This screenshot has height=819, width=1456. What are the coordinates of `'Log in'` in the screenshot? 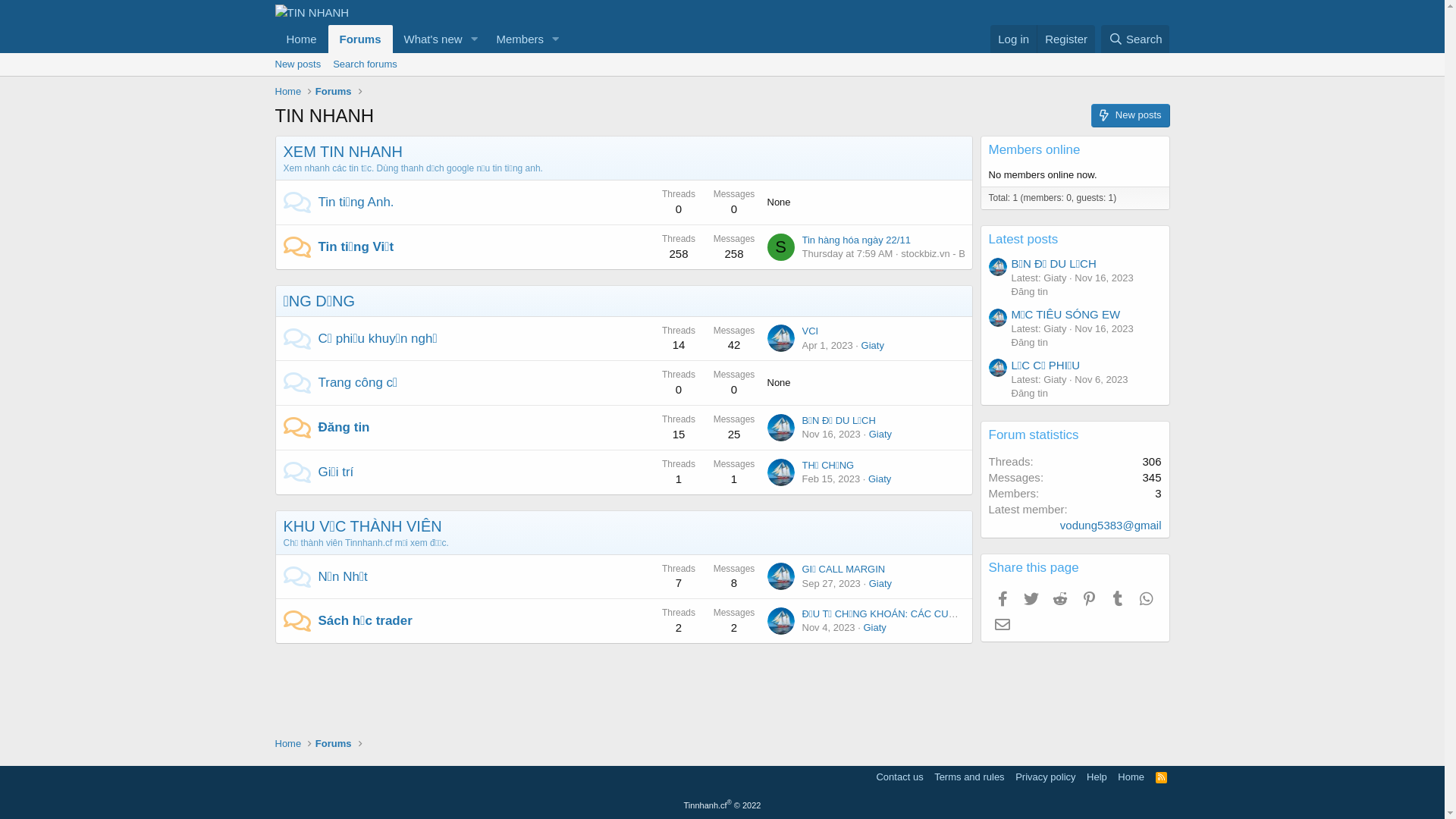 It's located at (1013, 38).